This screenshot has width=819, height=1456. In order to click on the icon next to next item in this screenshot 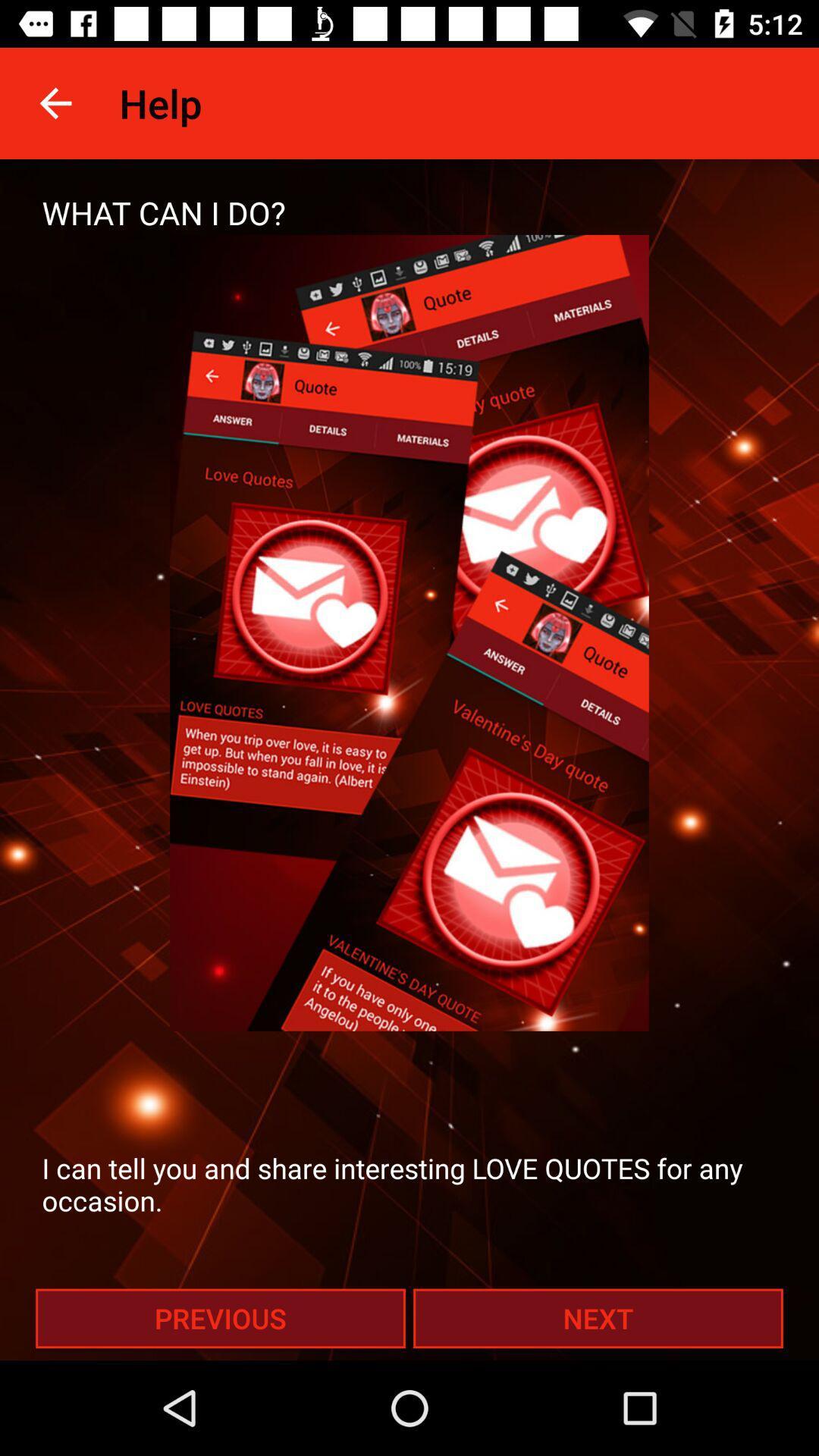, I will do `click(220, 1317)`.